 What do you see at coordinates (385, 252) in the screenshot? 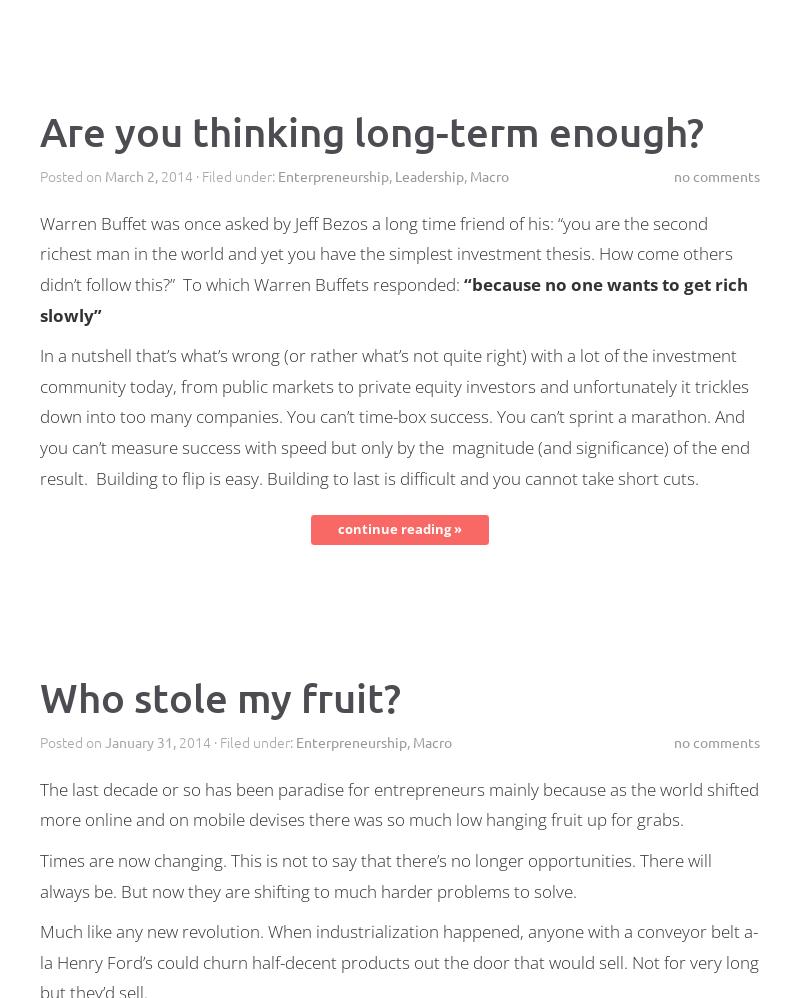
I see `'Warren Buffet was once asked by Jeff Bezos a long time friend of his: “you are the second richest man in the world and yet you have the simplest investment thesis. How come others didn’t follow this?”  To which Warren Buffets responded:'` at bounding box center [385, 252].